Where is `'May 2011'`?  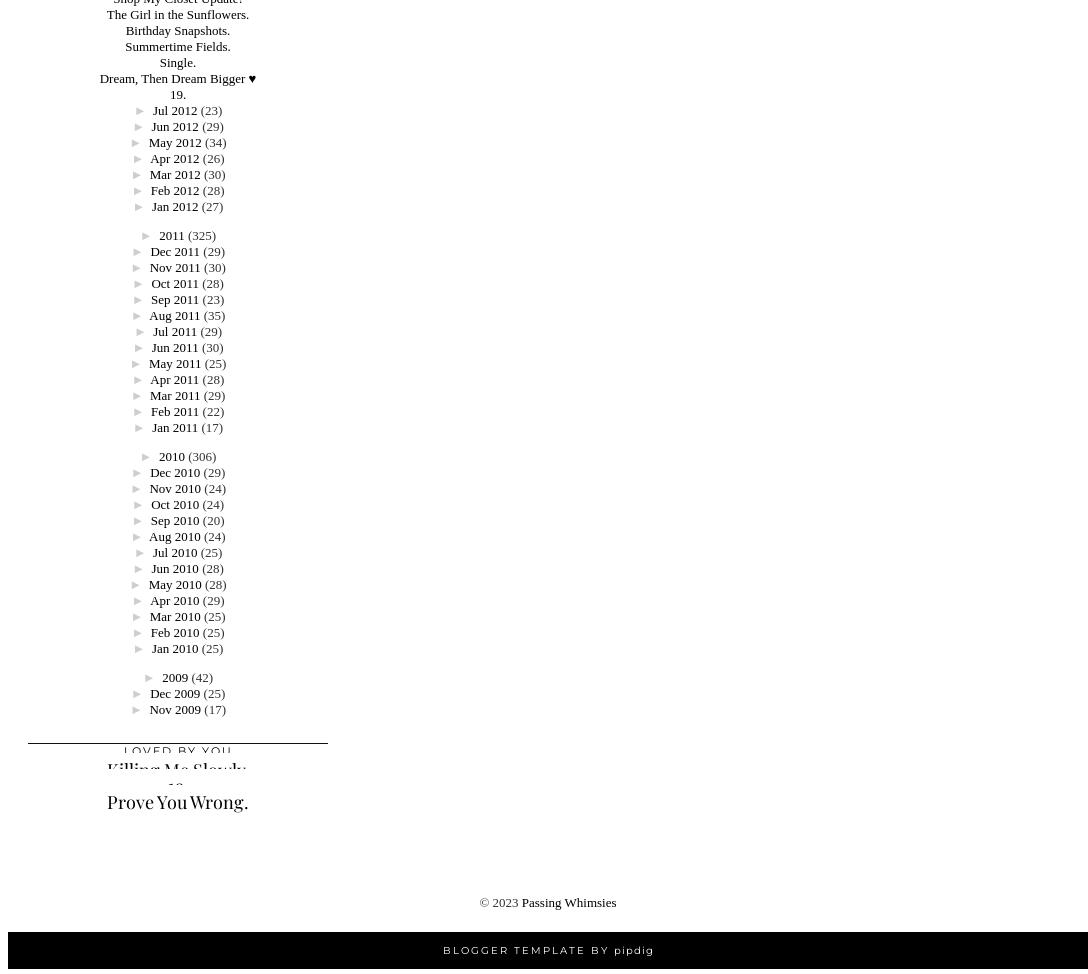
'May 2011' is located at coordinates (173, 363).